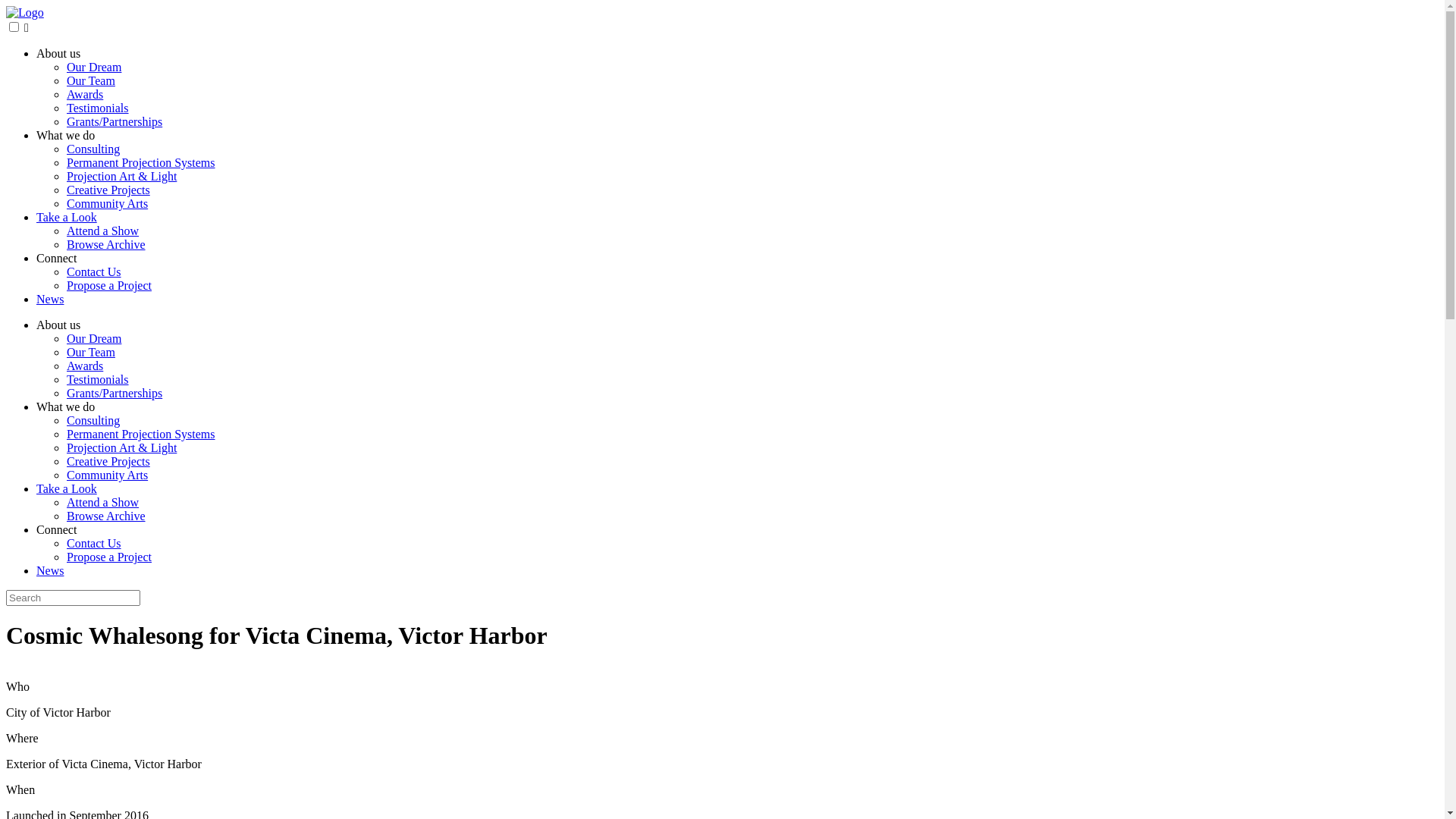 The height and width of the screenshot is (819, 1456). What do you see at coordinates (108, 189) in the screenshot?
I see `'Creative Projects'` at bounding box center [108, 189].